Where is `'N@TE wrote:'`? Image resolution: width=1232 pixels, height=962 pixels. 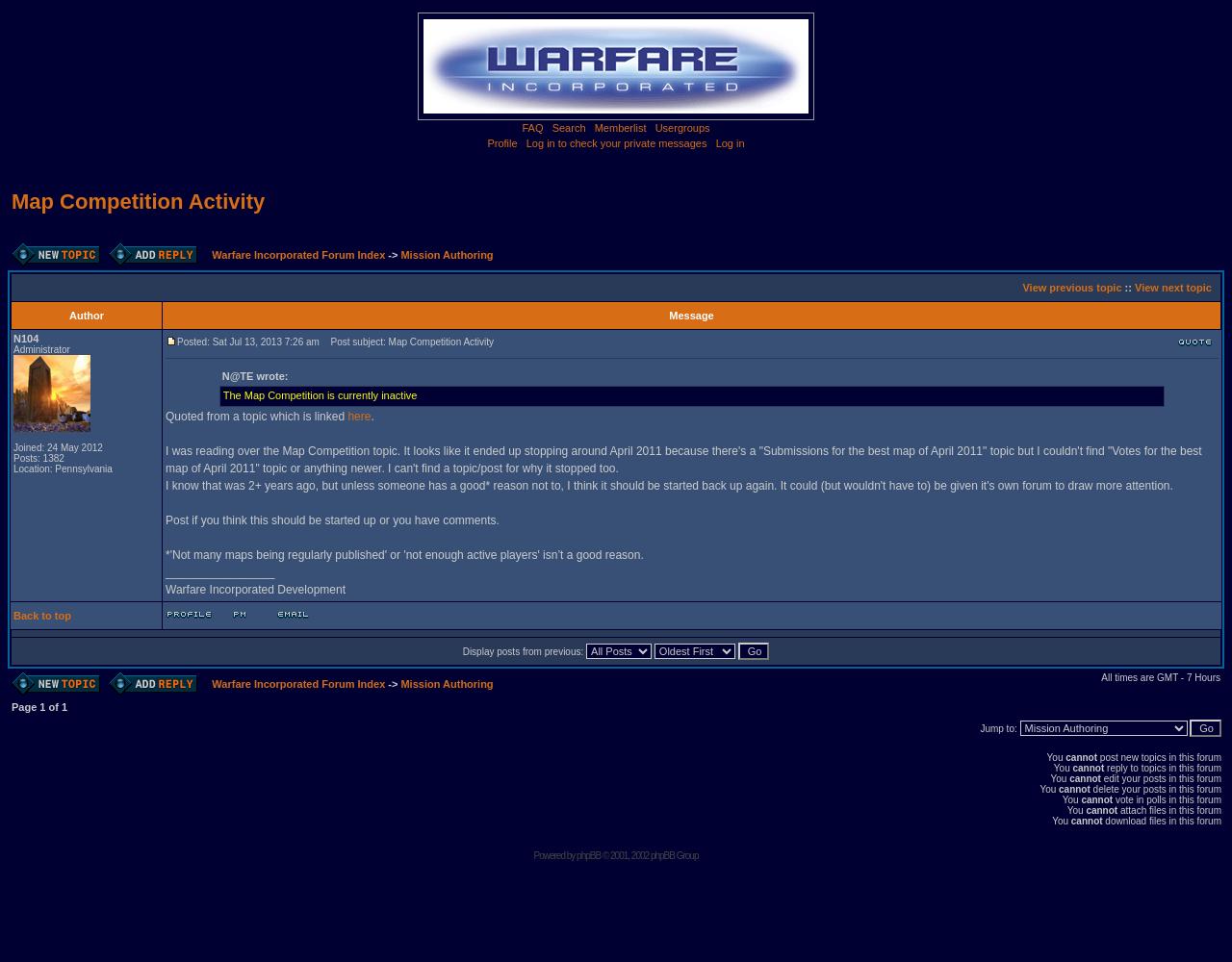 'N@TE wrote:' is located at coordinates (221, 376).